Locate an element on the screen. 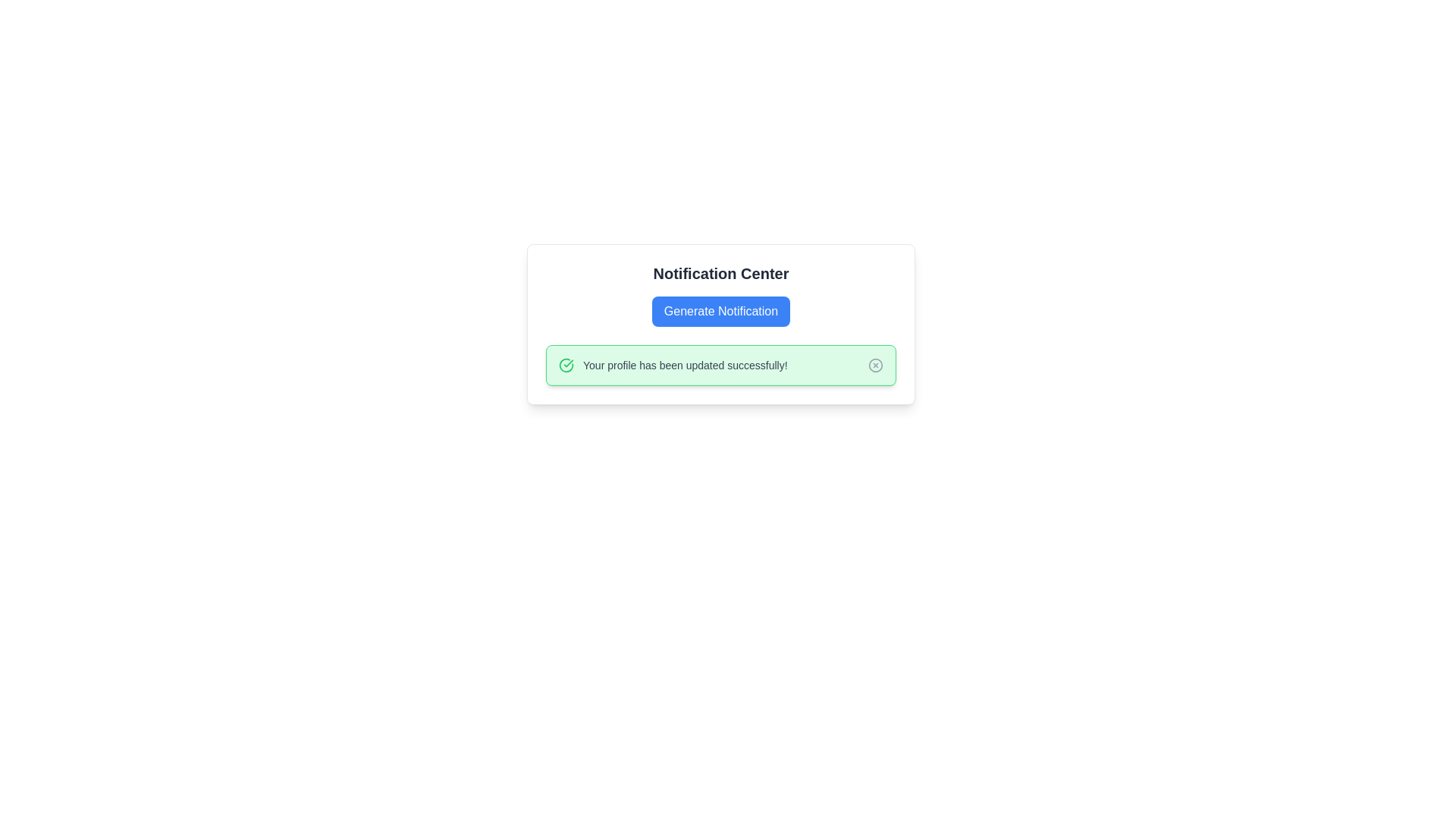 The height and width of the screenshot is (819, 1456). the circular iconified button with a crossed line symbol inside, located at the top-right corner of the green notification box is located at coordinates (876, 366).